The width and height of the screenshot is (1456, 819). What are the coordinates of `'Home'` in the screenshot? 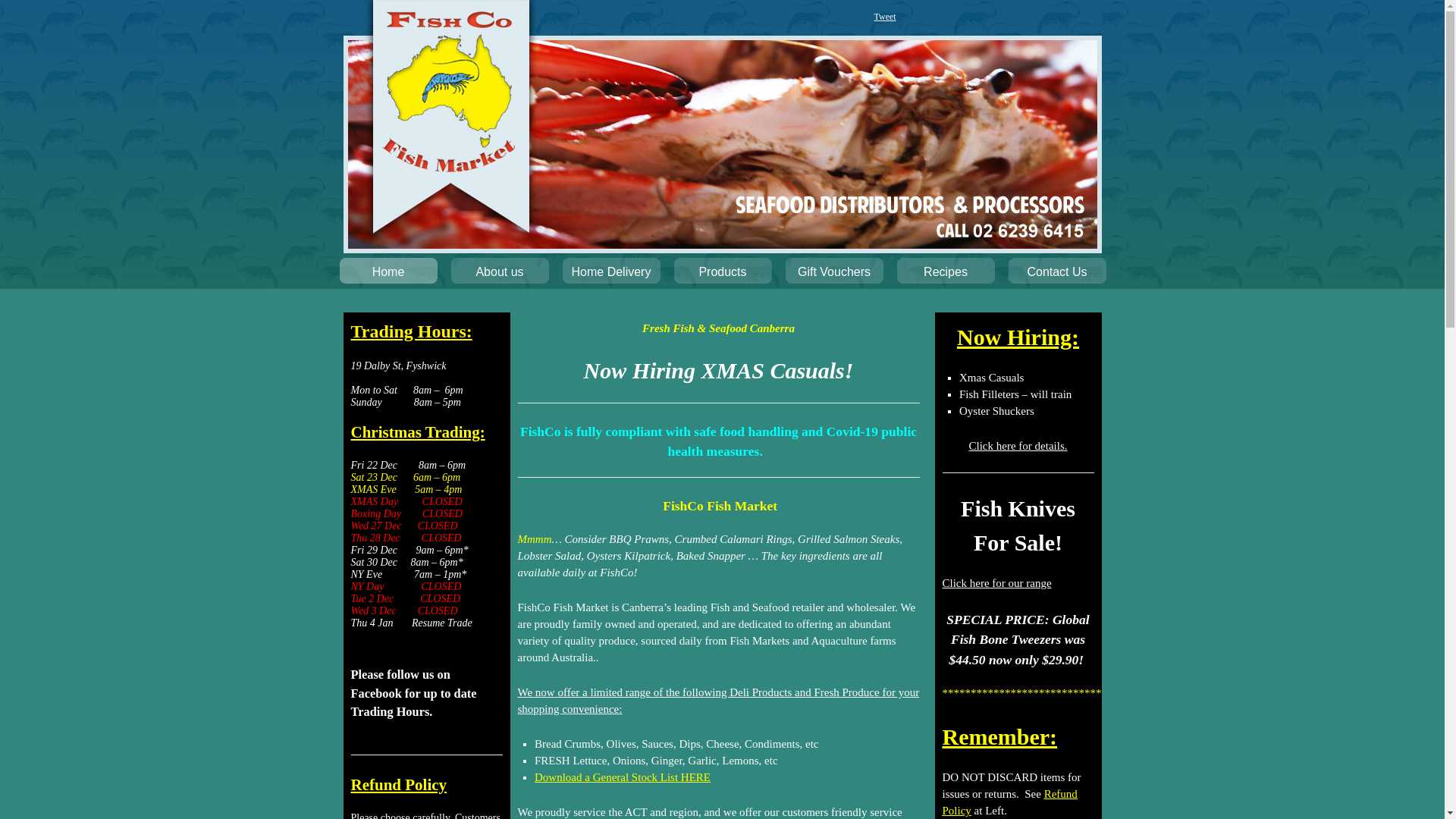 It's located at (388, 275).